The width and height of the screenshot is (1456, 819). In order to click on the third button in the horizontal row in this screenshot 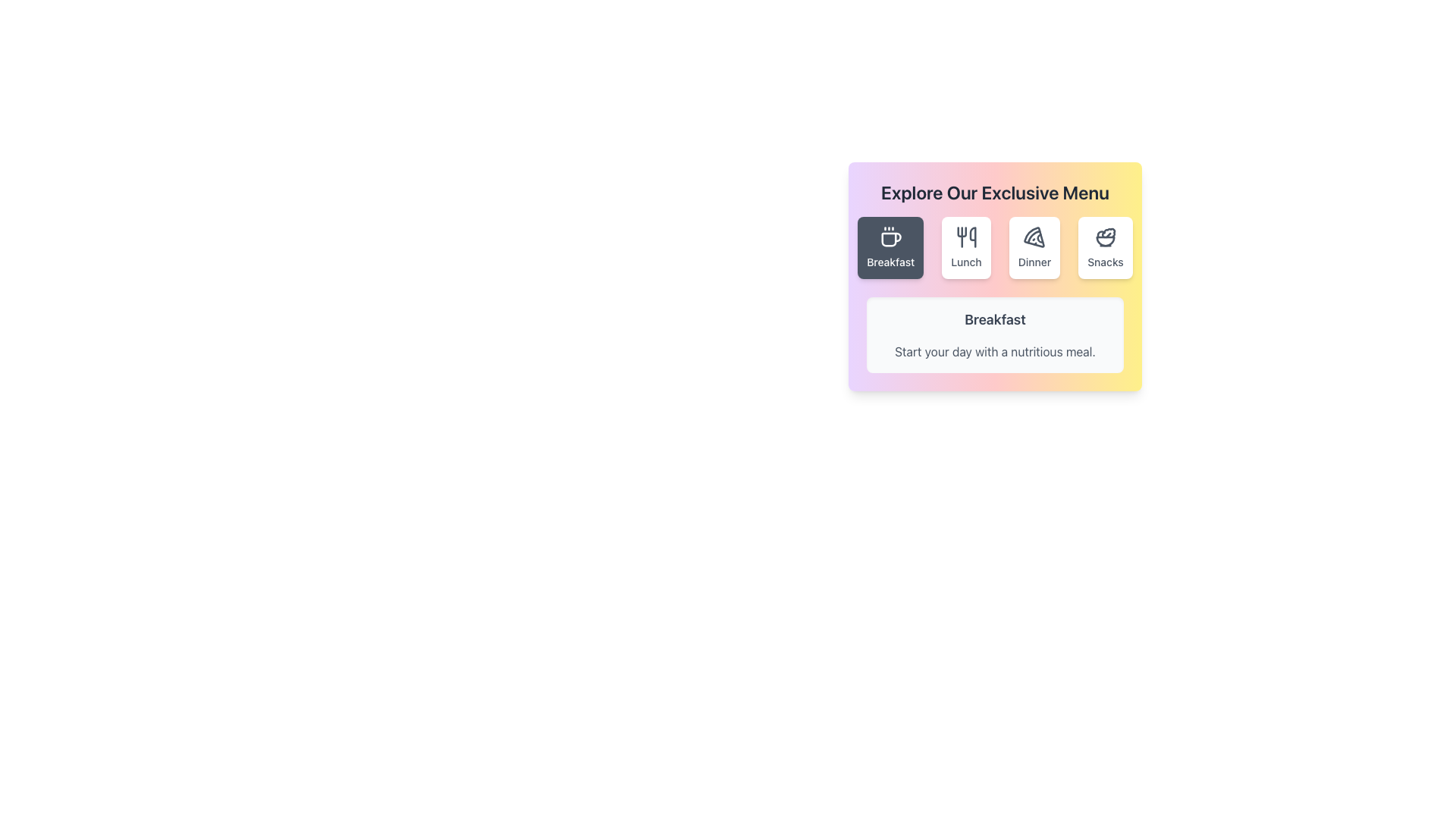, I will do `click(1034, 247)`.